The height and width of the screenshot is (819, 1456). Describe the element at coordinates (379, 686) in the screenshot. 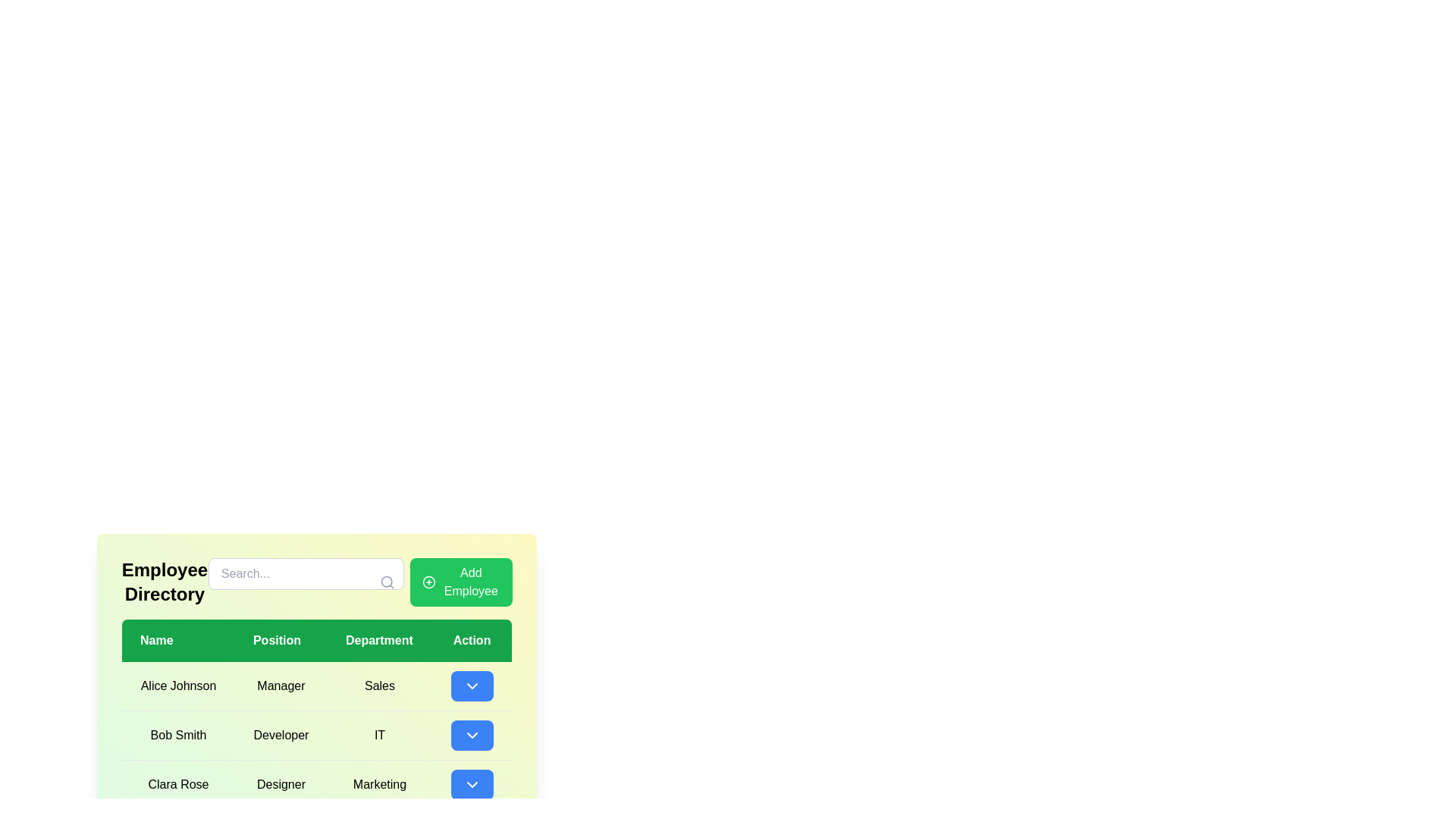

I see `the Table cell in the 'Department' column associated with 'Alice Johnson', which is located between the 'Position' column displaying 'Manager' and the 'Action' column containing a dropdown button` at that location.